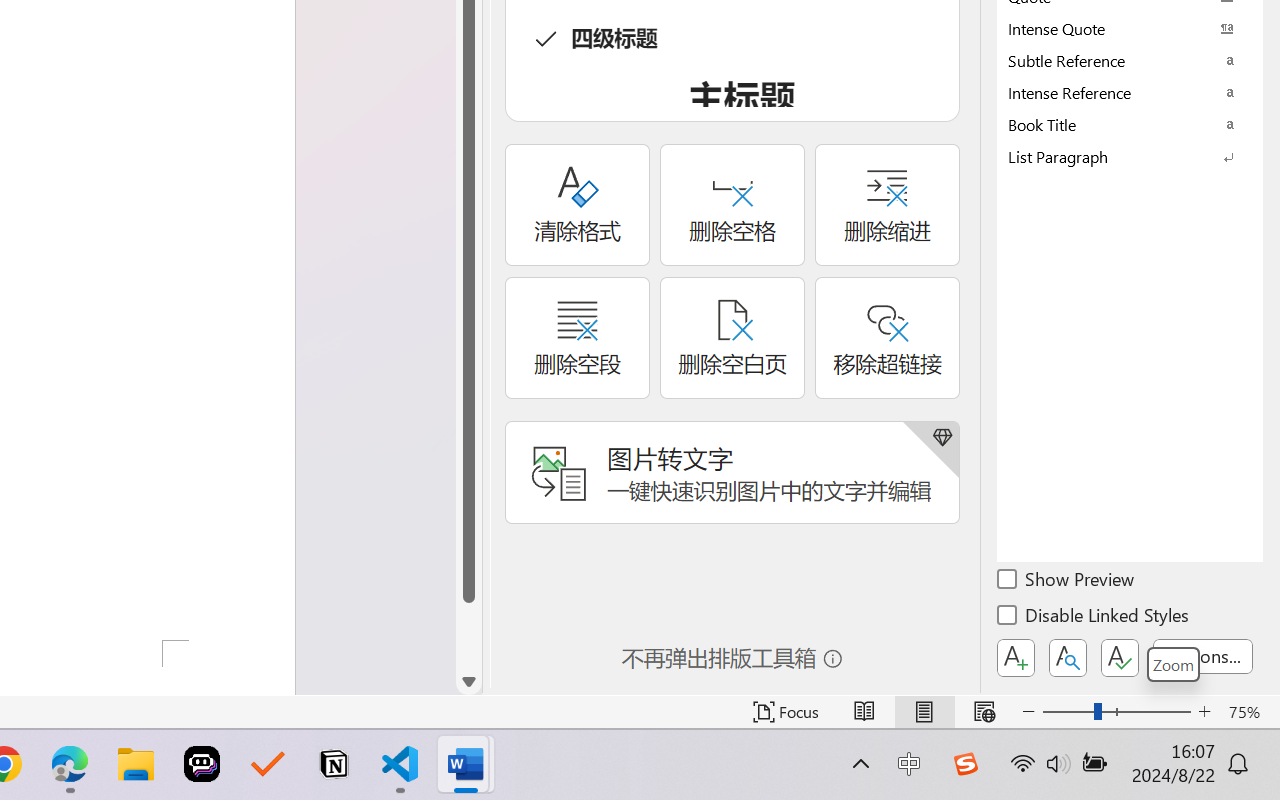 Image resolution: width=1280 pixels, height=800 pixels. What do you see at coordinates (1120, 657) in the screenshot?
I see `'Class: NetUIButton'` at bounding box center [1120, 657].